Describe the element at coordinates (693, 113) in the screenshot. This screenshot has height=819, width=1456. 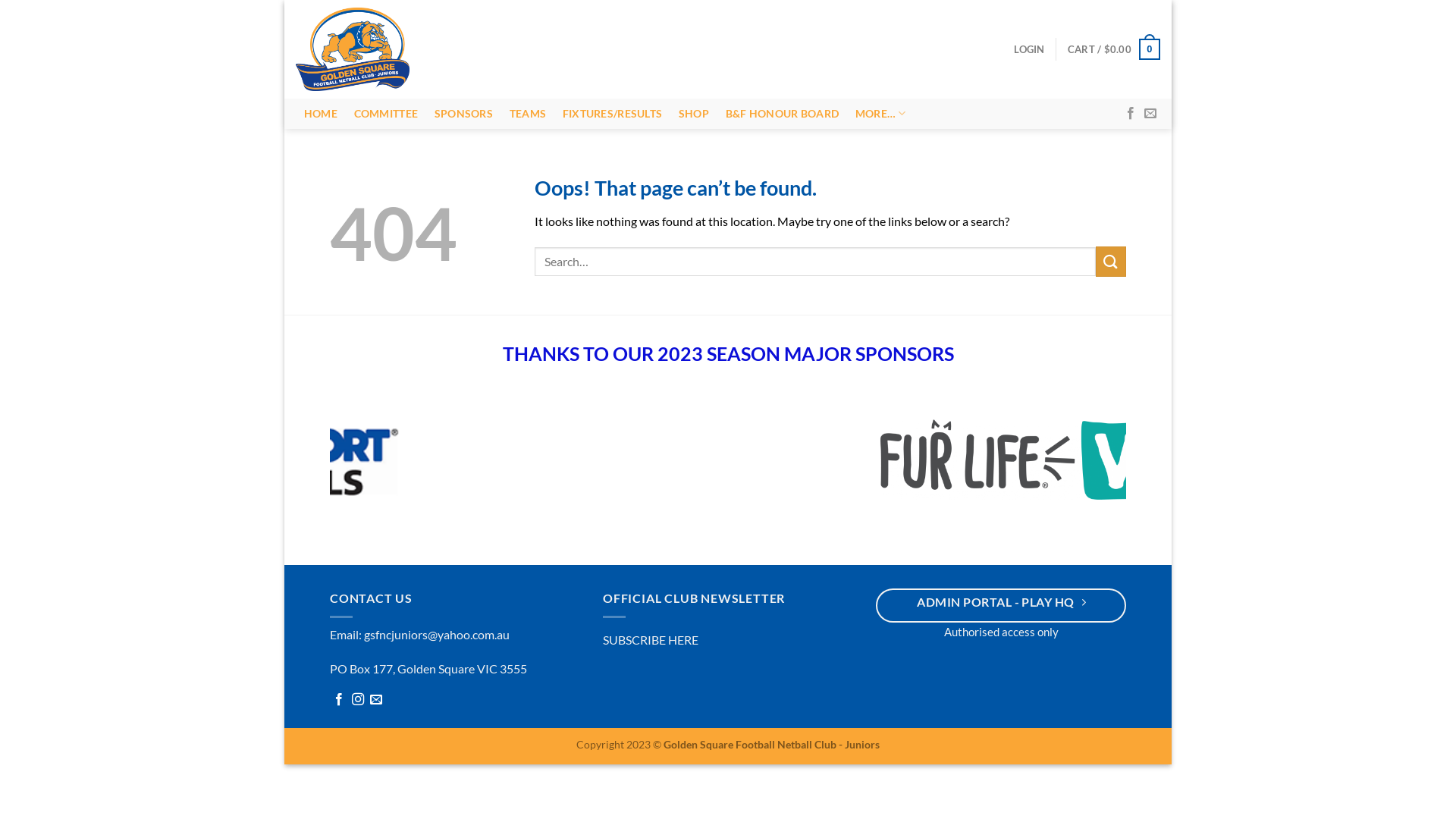
I see `'SHOP'` at that location.